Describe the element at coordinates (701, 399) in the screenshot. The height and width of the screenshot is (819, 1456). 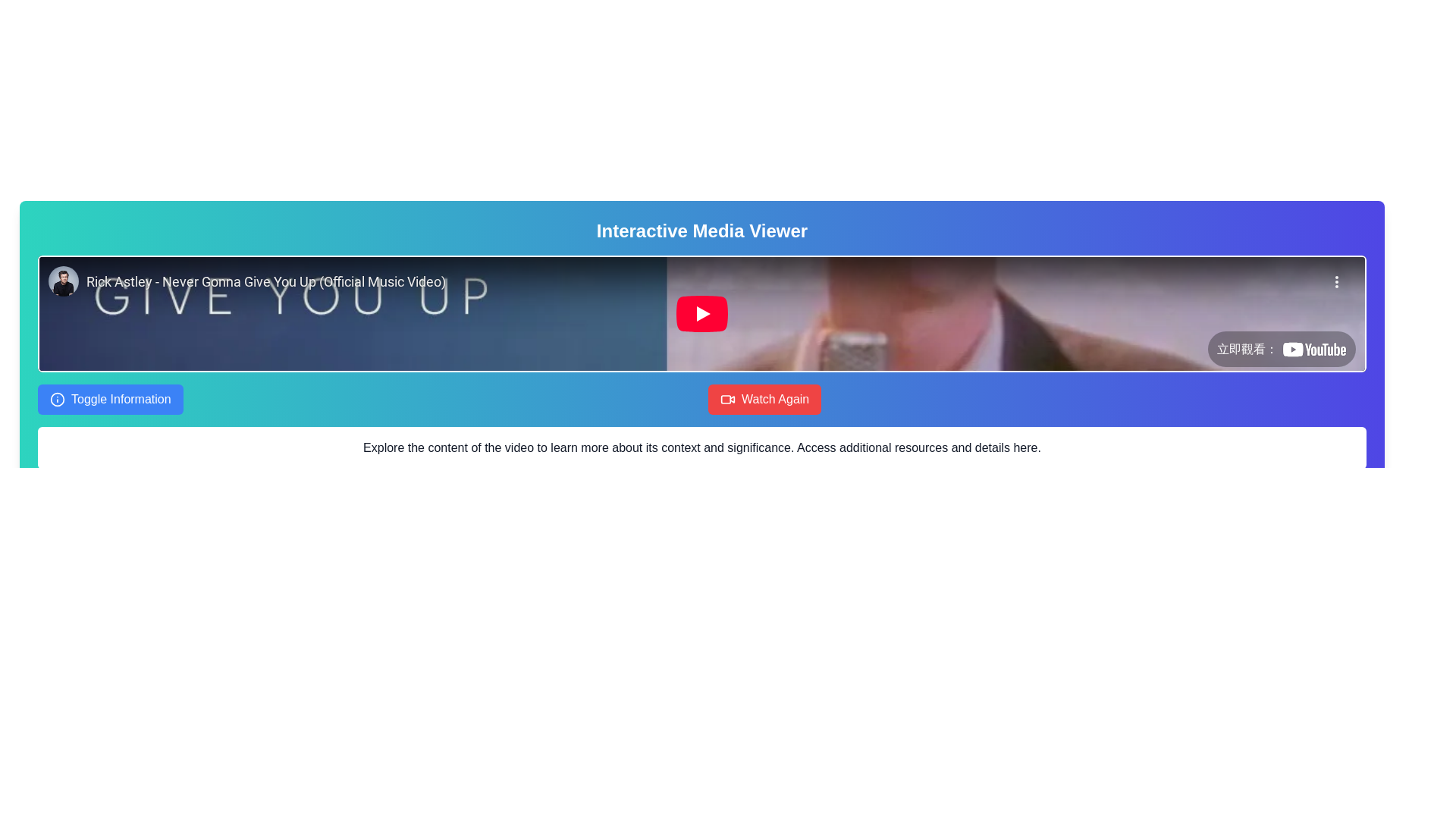
I see `the buttons in the Interactive Section with Buttons, located centrally within the 'Interactive Media Viewer'` at that location.